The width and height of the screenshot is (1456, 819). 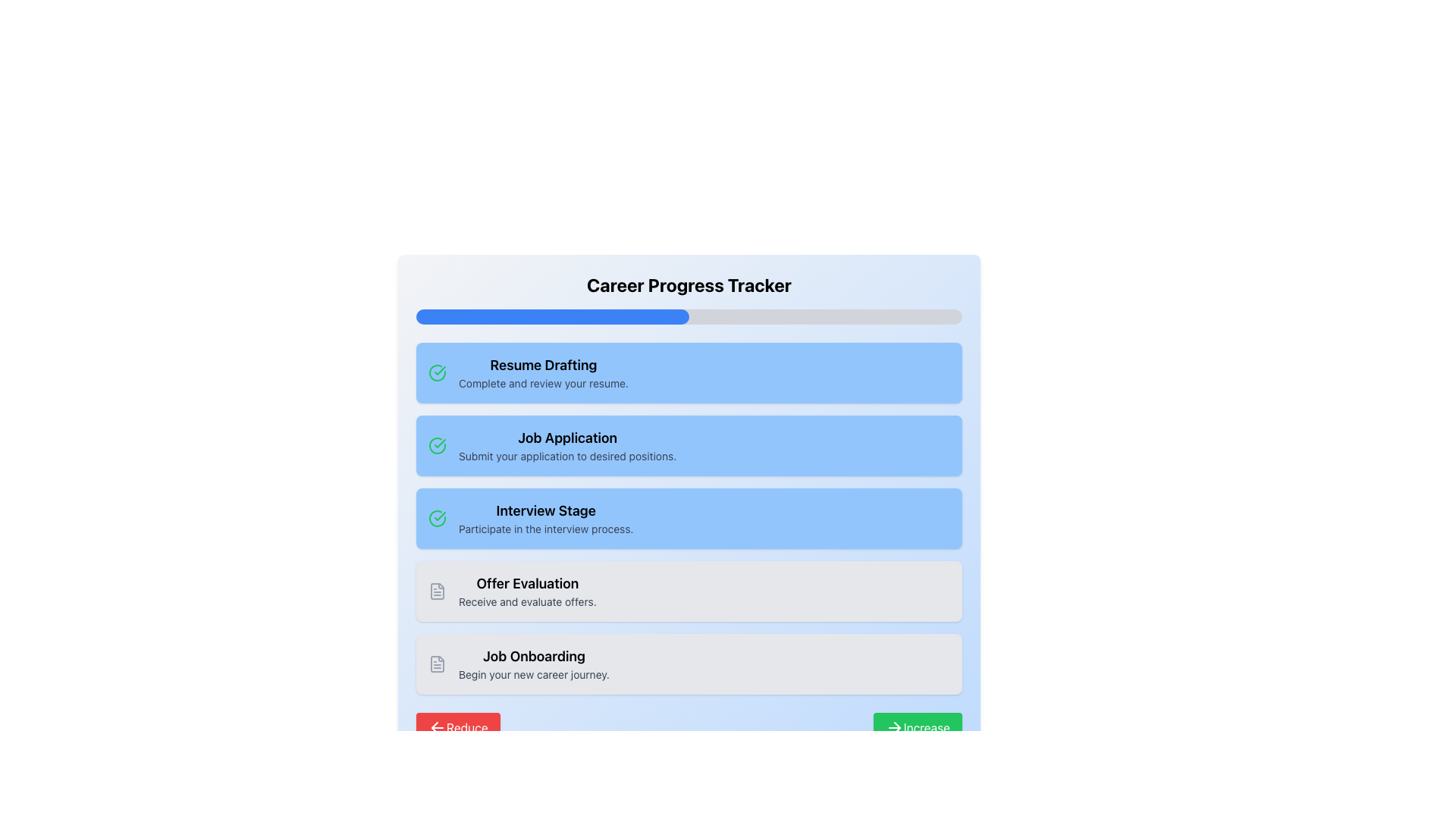 I want to click on information from the informational card labeled 'Job Application', which is the second item in a vertically stacked list with a blue background, so click(x=688, y=444).